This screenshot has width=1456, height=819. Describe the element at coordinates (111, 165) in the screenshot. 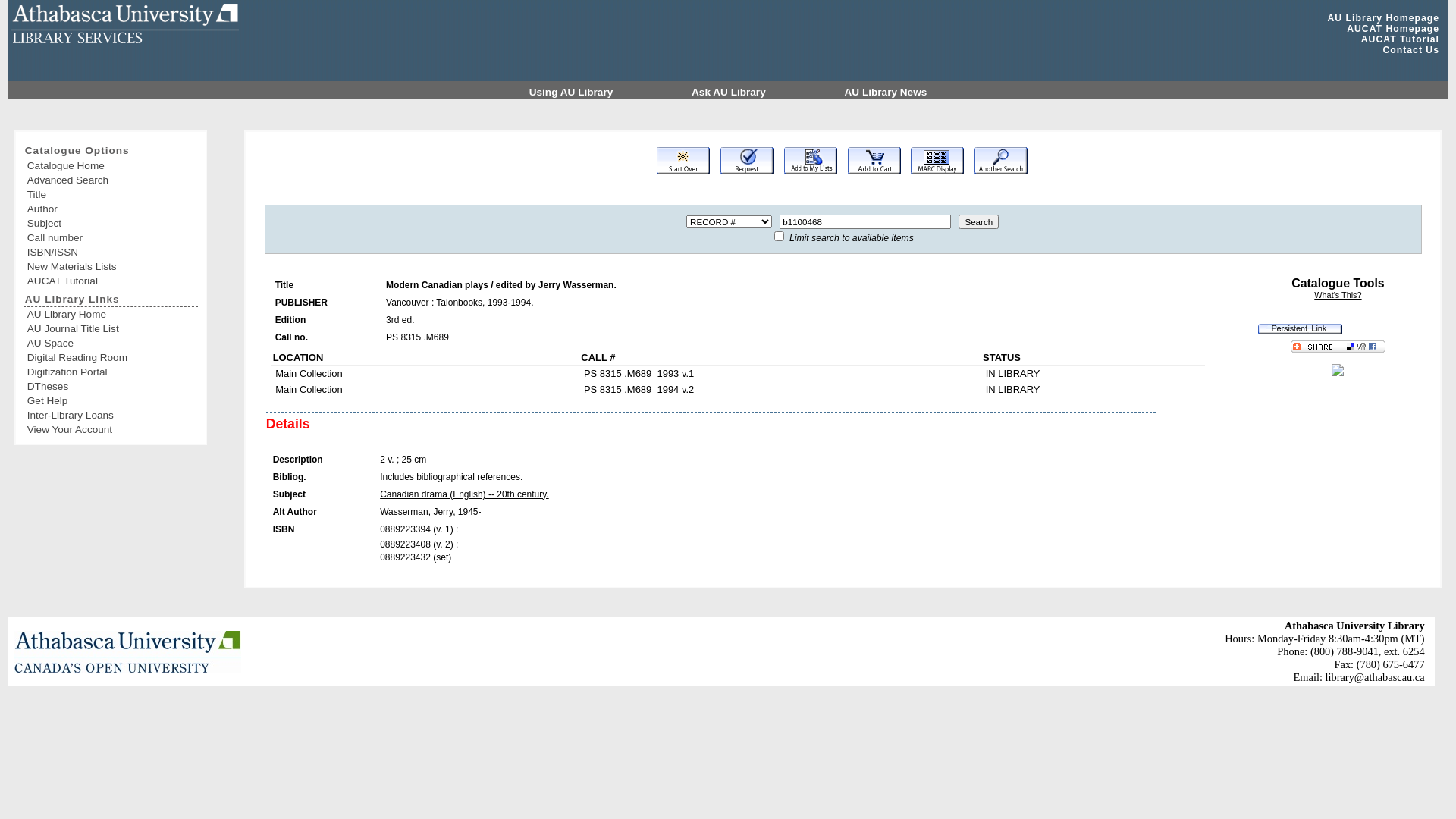

I see `'Catalogue Home'` at that location.